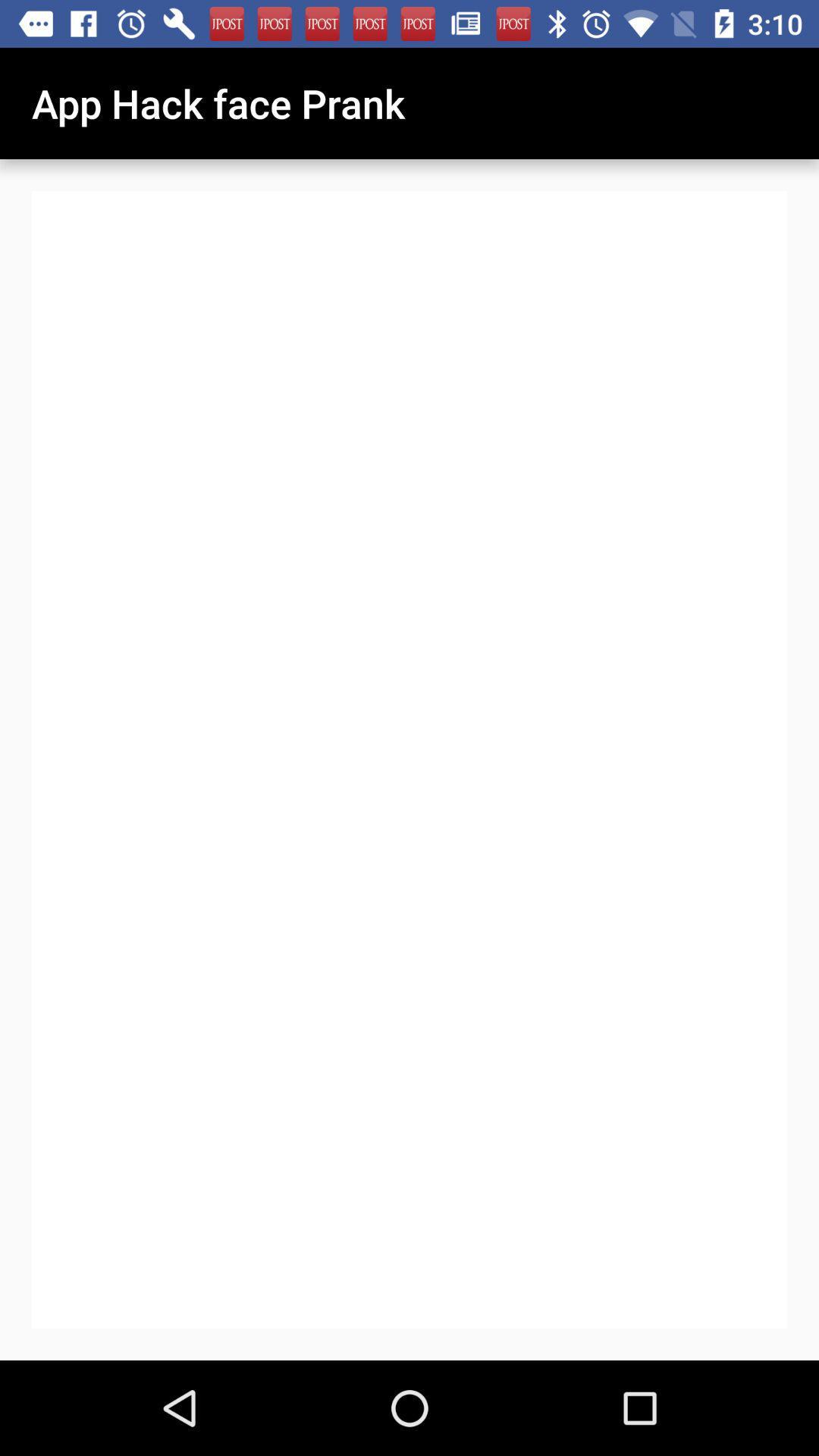  I want to click on app below the app hack face, so click(409, 760).